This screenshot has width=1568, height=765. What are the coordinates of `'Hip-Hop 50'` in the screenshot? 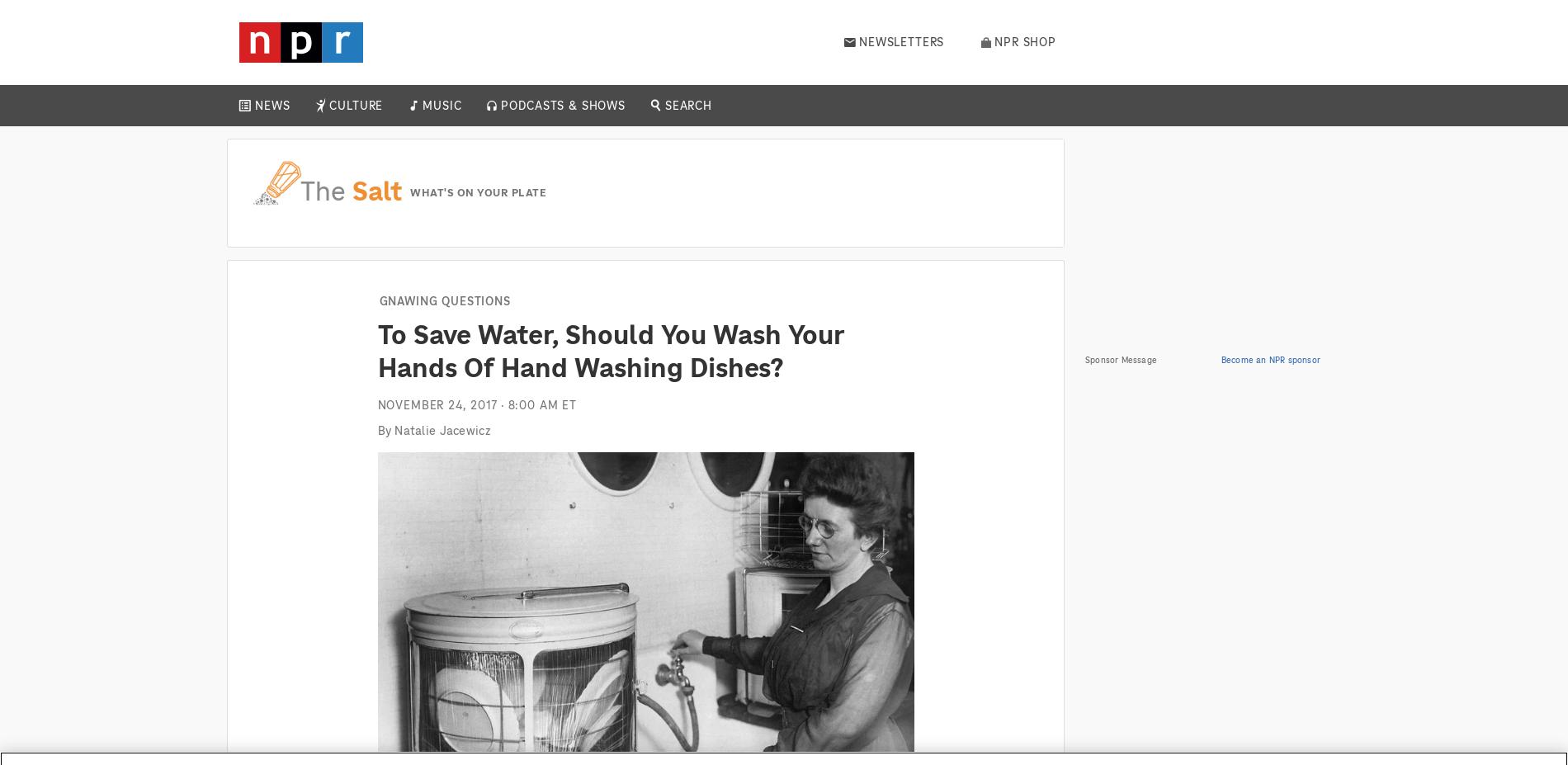 It's located at (430, 158).